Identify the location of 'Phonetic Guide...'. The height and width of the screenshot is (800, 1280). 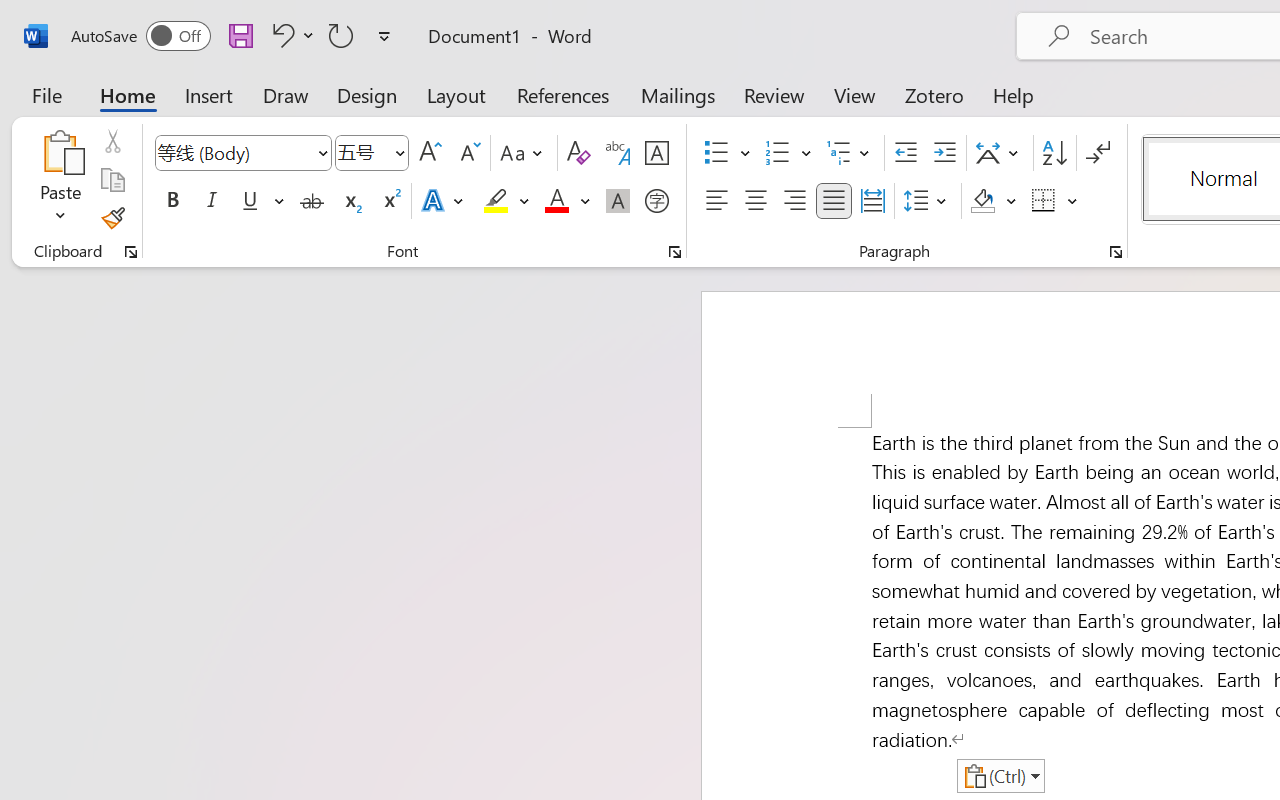
(617, 153).